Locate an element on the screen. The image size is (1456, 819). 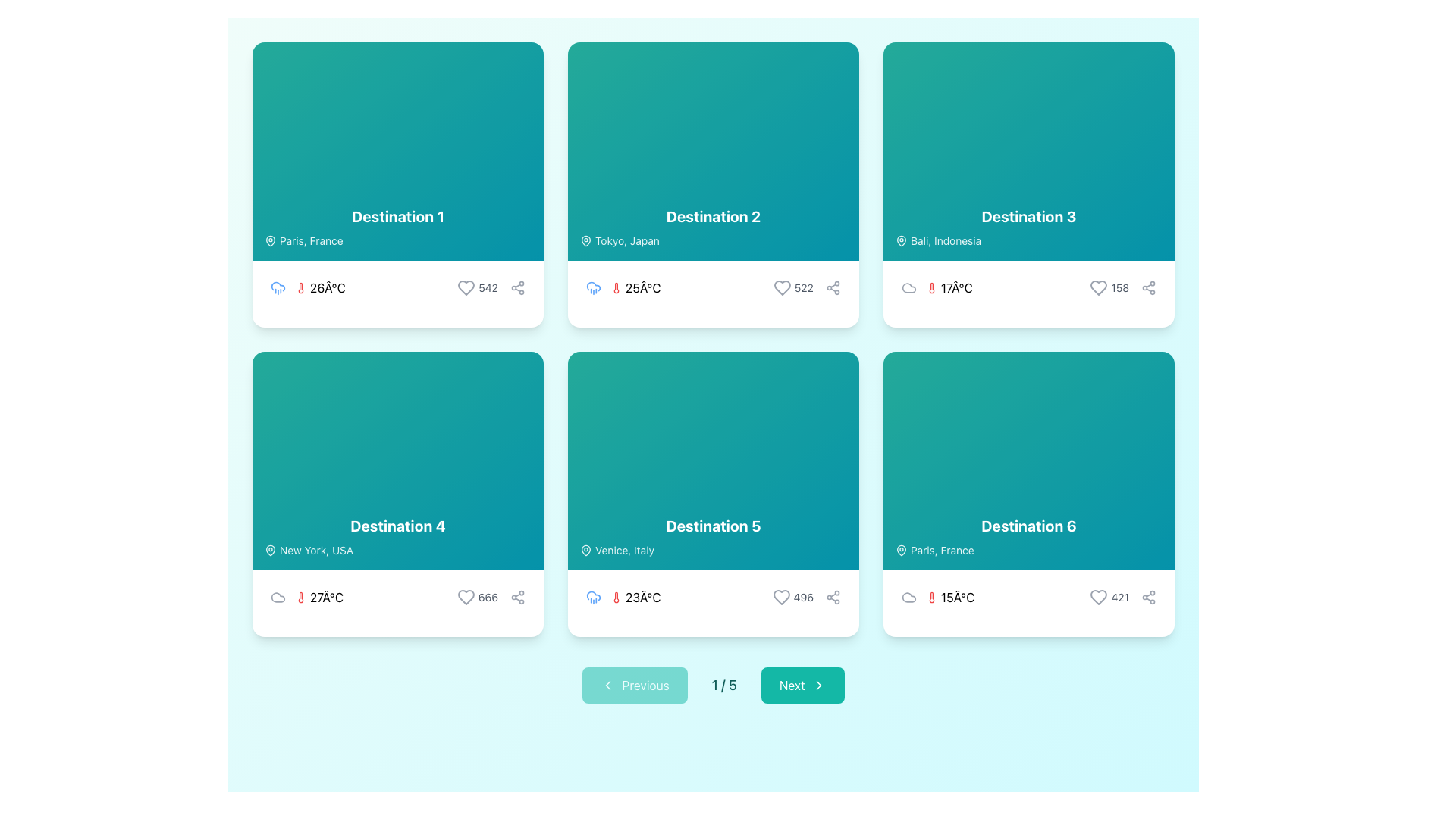
the compact thermometer-like icon styled in red located within the lower text section of the card labeled 'Destination 6', positioned on the right column of the second row in the grid layout is located at coordinates (930, 596).